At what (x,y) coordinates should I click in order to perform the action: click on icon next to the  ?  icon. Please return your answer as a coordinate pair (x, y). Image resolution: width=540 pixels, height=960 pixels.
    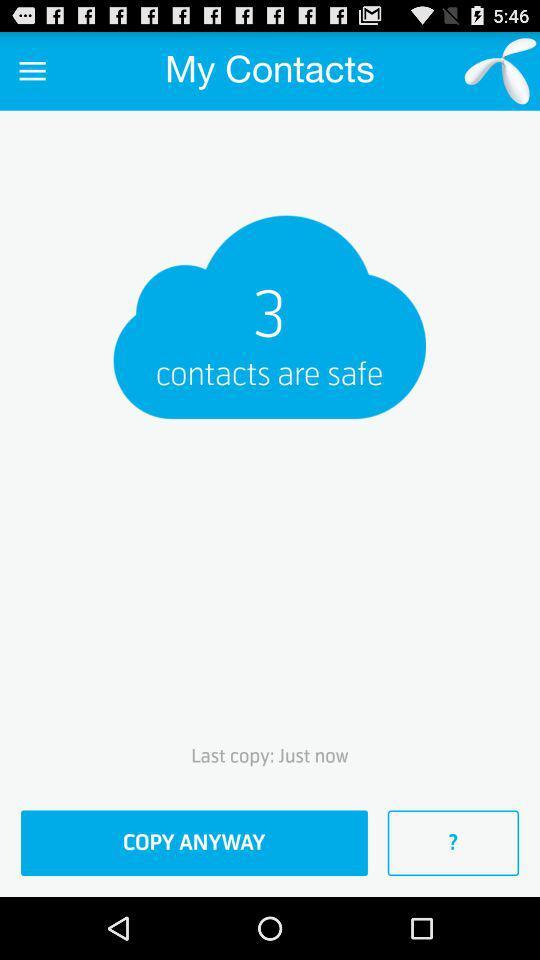
    Looking at the image, I should click on (194, 842).